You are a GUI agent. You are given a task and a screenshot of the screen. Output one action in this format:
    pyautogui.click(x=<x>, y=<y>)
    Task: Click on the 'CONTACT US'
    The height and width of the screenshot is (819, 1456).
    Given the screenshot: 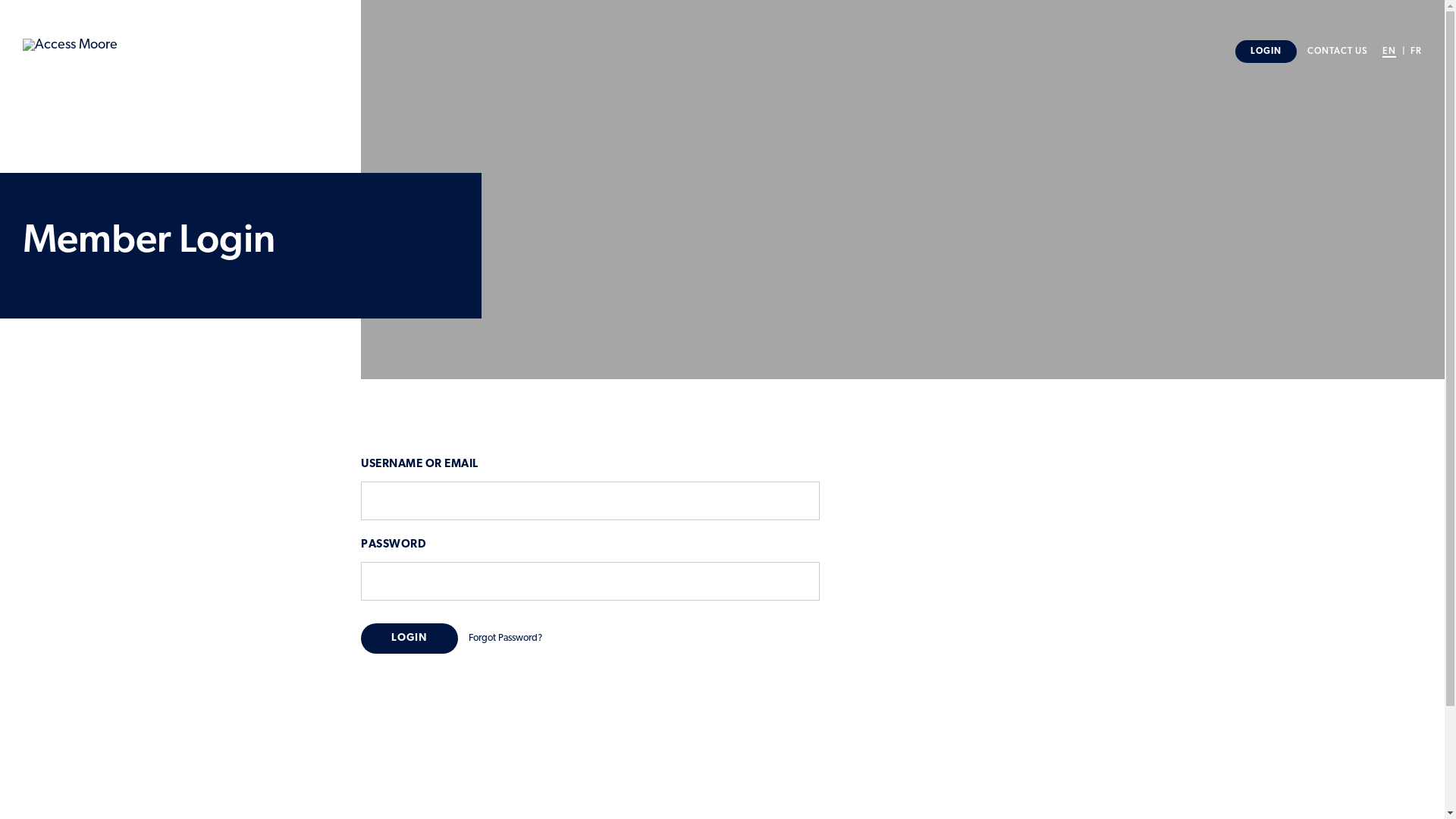 What is the action you would take?
    pyautogui.click(x=1337, y=51)
    